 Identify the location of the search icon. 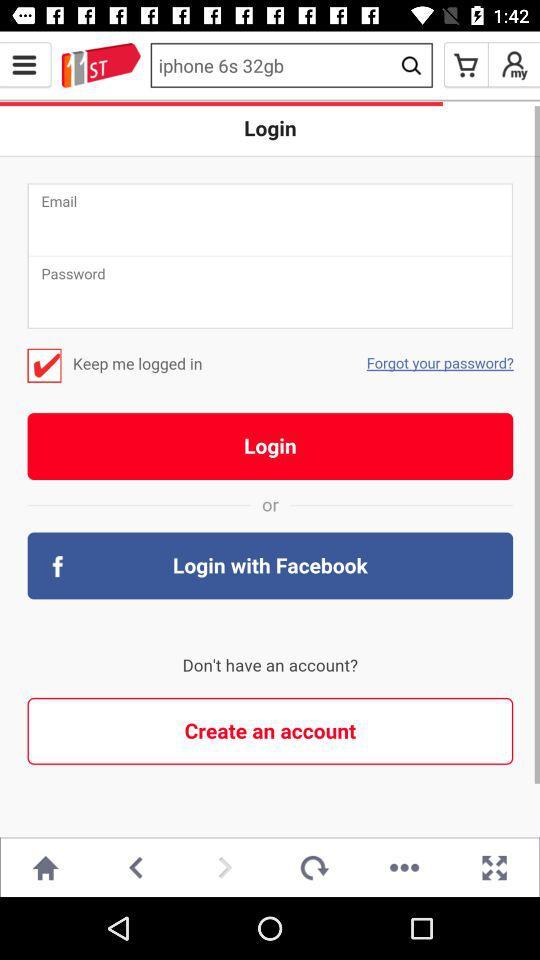
(410, 65).